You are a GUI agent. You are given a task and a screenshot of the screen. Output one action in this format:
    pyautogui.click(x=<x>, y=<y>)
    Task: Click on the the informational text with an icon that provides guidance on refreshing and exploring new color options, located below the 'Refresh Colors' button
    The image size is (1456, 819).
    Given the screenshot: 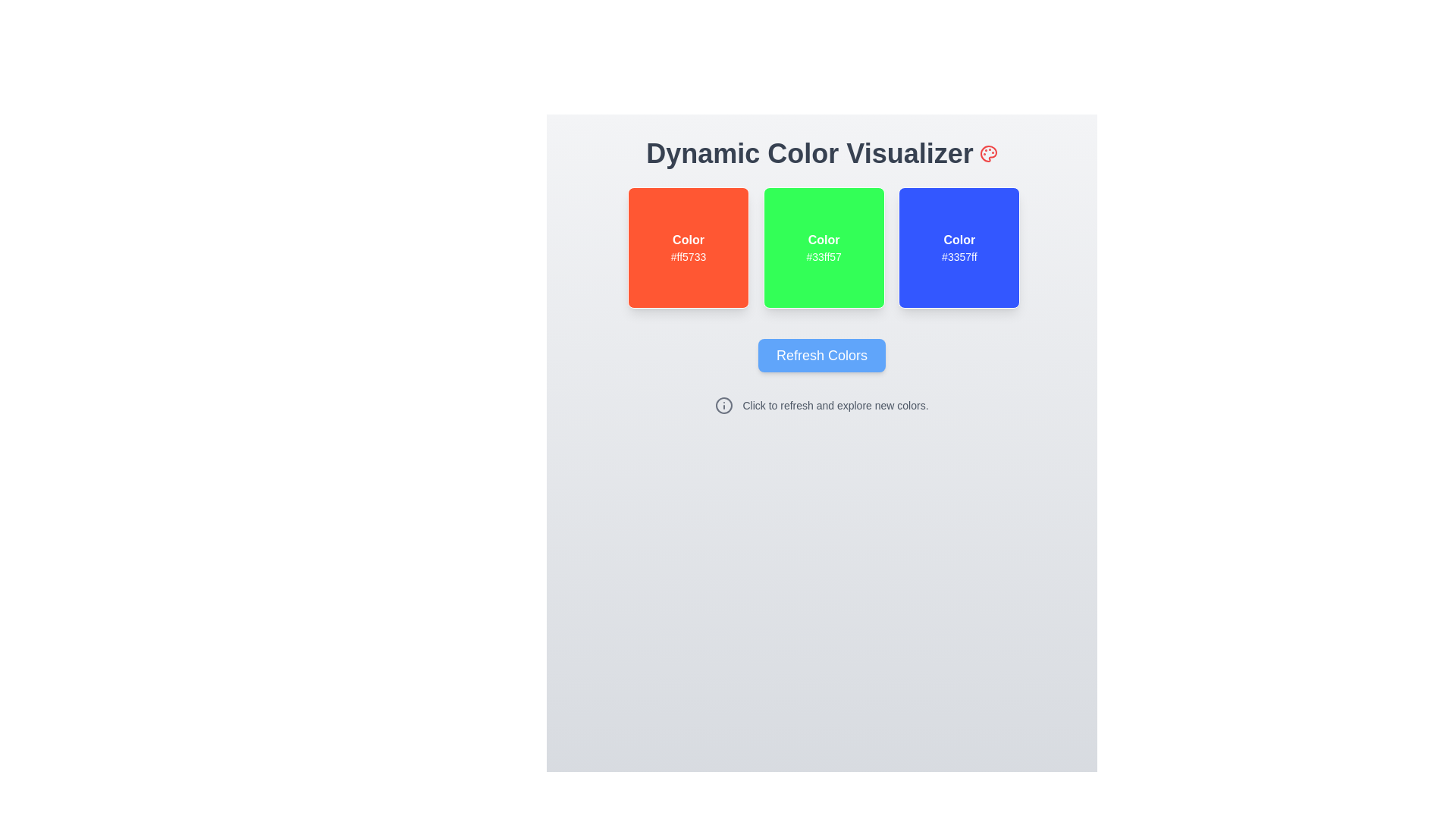 What is the action you would take?
    pyautogui.click(x=821, y=405)
    